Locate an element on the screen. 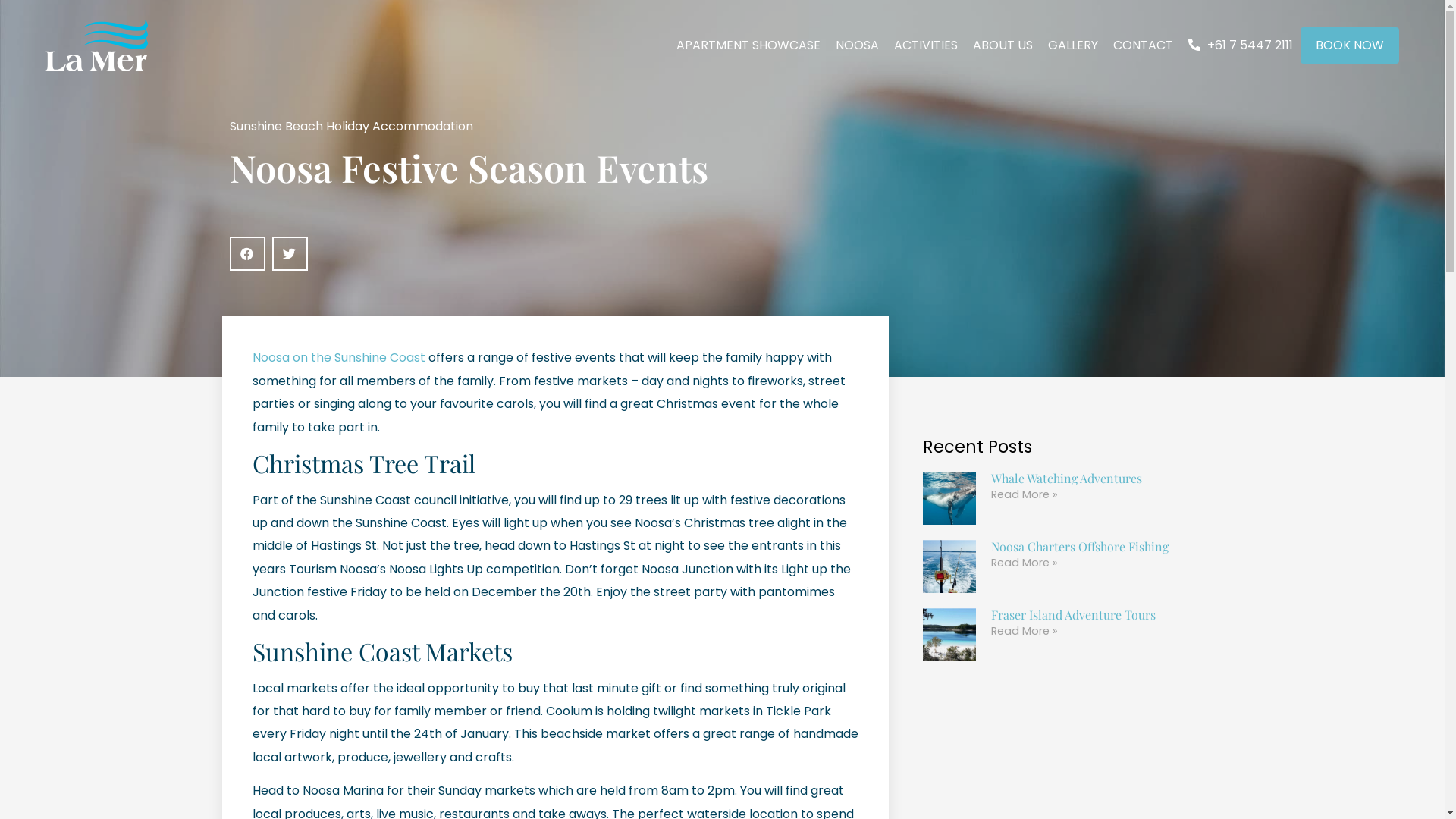  'GALLERY' is located at coordinates (1072, 45).